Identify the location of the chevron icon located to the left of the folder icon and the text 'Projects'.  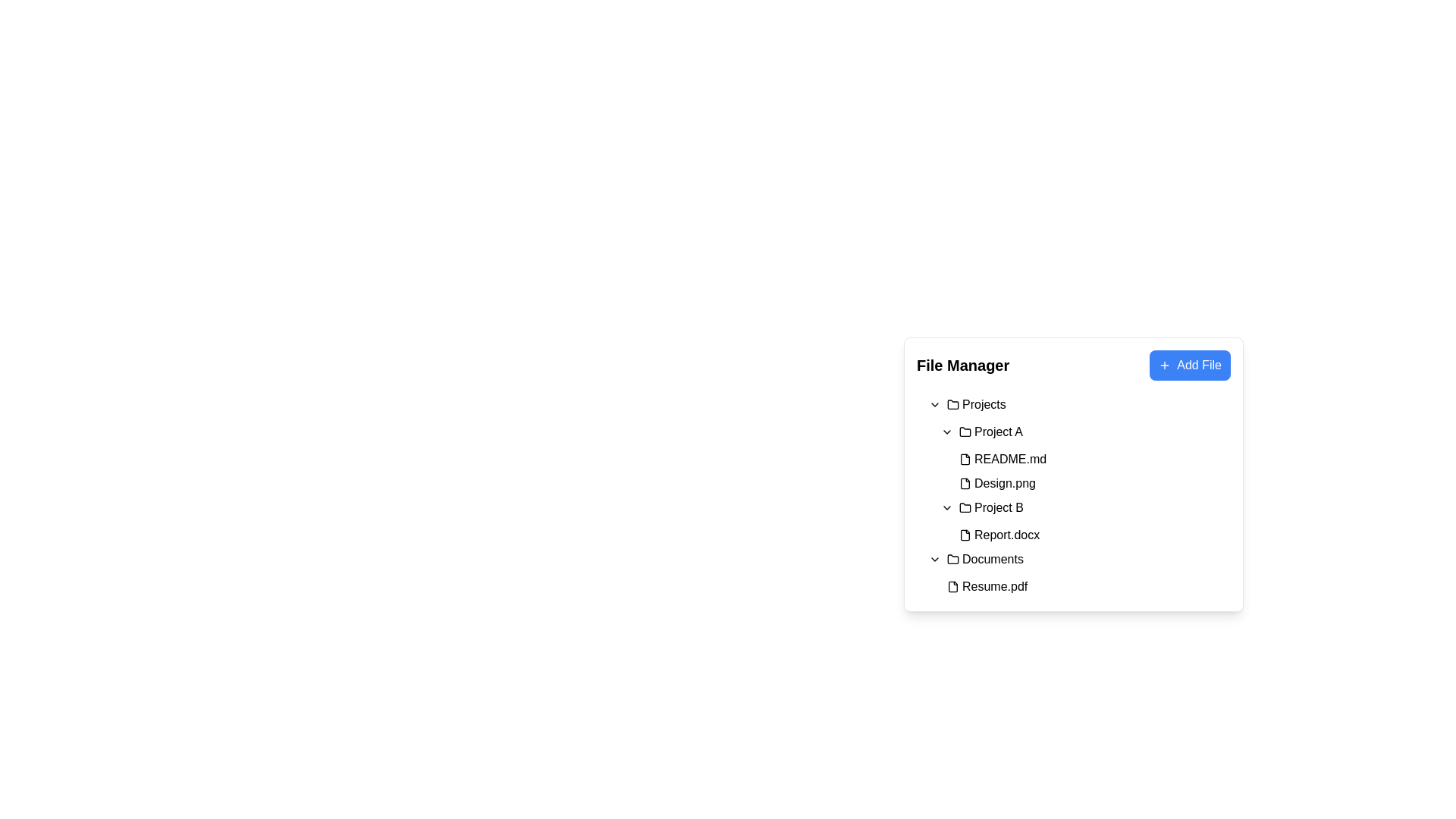
(934, 403).